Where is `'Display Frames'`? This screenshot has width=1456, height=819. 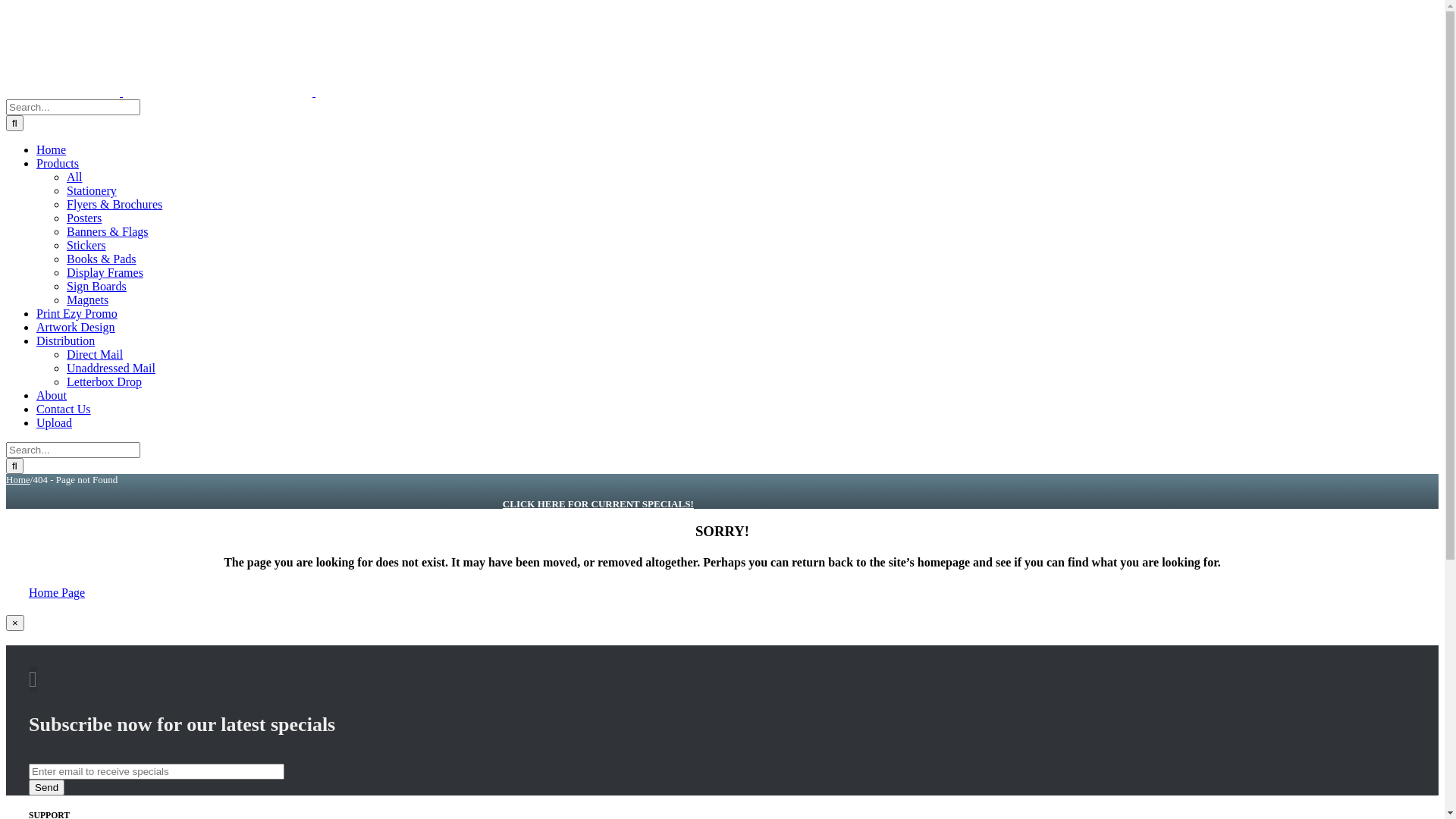
'Display Frames' is located at coordinates (104, 271).